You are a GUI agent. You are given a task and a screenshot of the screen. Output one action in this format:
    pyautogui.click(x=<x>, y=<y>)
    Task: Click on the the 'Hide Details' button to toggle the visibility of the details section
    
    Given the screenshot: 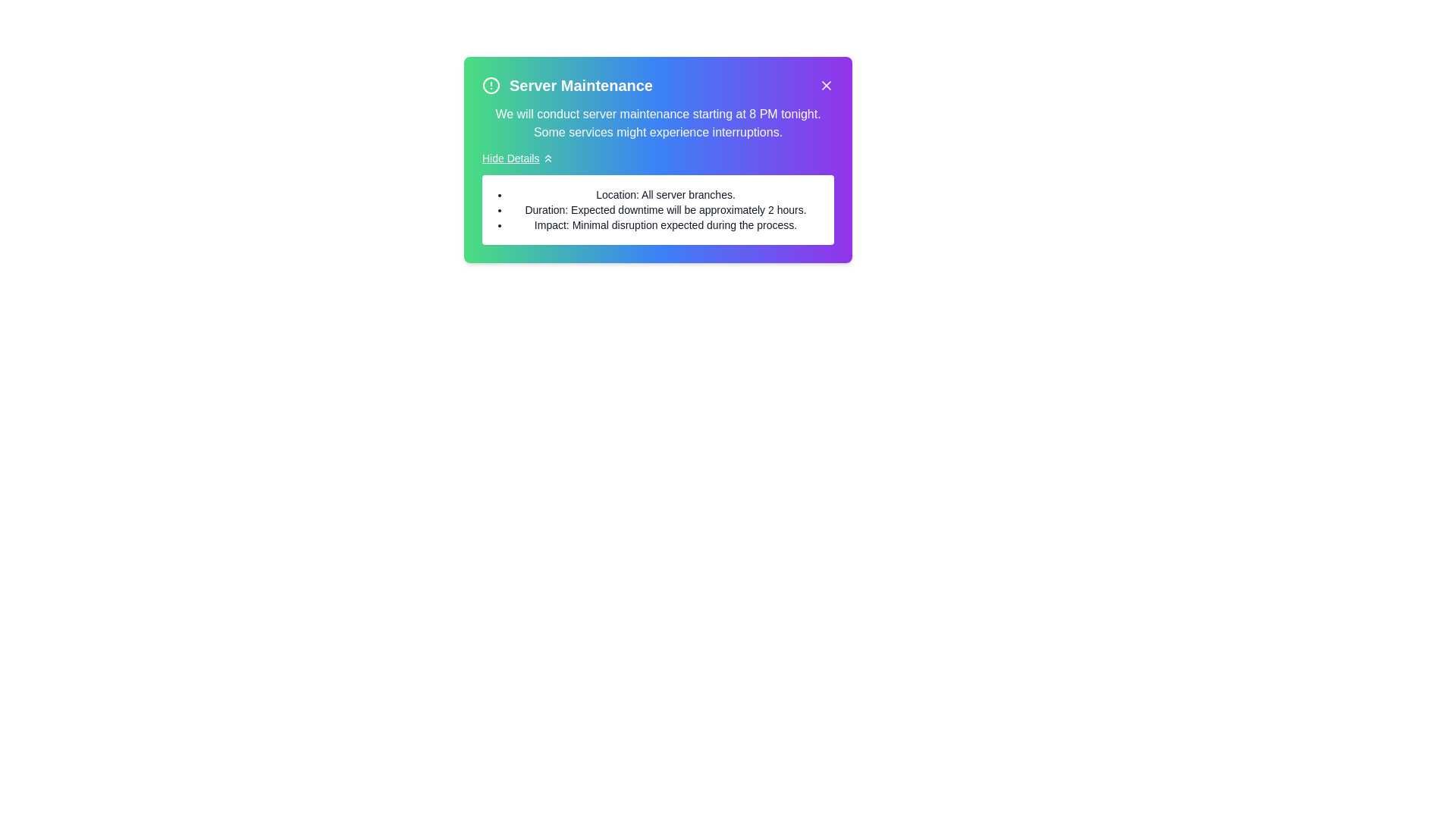 What is the action you would take?
    pyautogui.click(x=518, y=158)
    